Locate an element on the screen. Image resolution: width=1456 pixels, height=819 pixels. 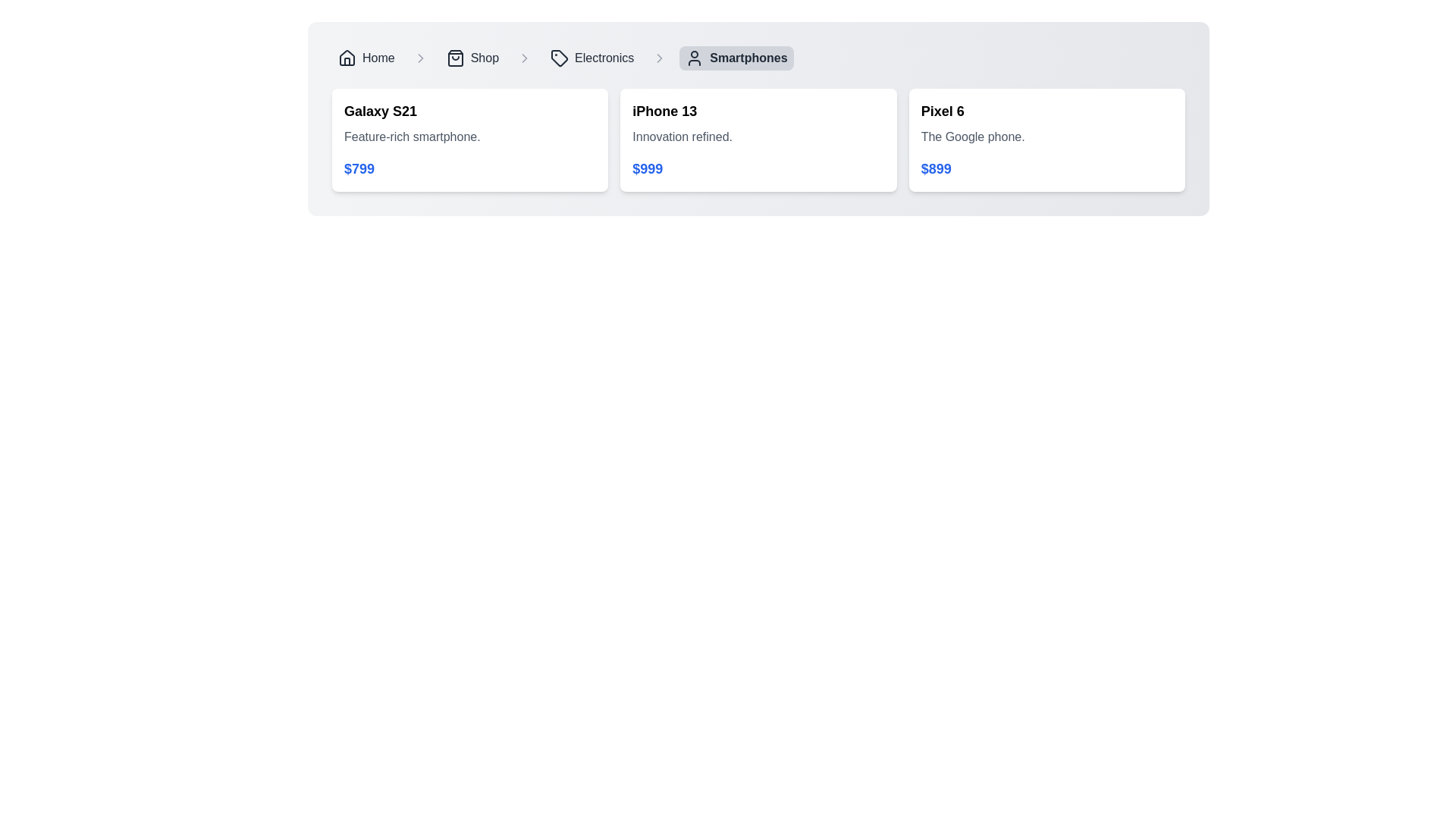
price information displayed in the blue, bold text label showing '$999', located beneath the descriptive text 'Innovation refined' in the second card of three is located at coordinates (648, 169).